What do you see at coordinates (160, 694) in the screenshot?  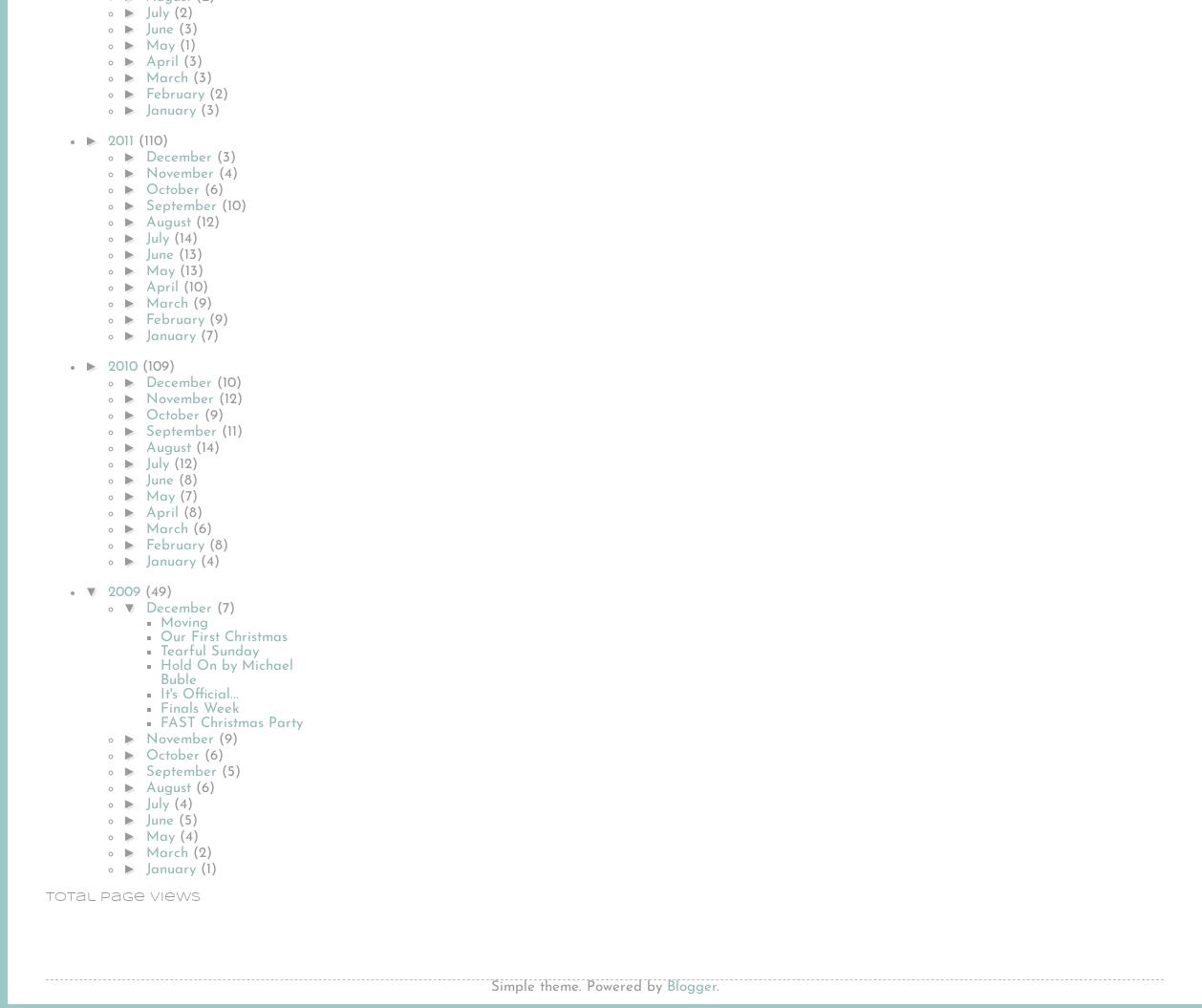 I see `'It's Official...'` at bounding box center [160, 694].